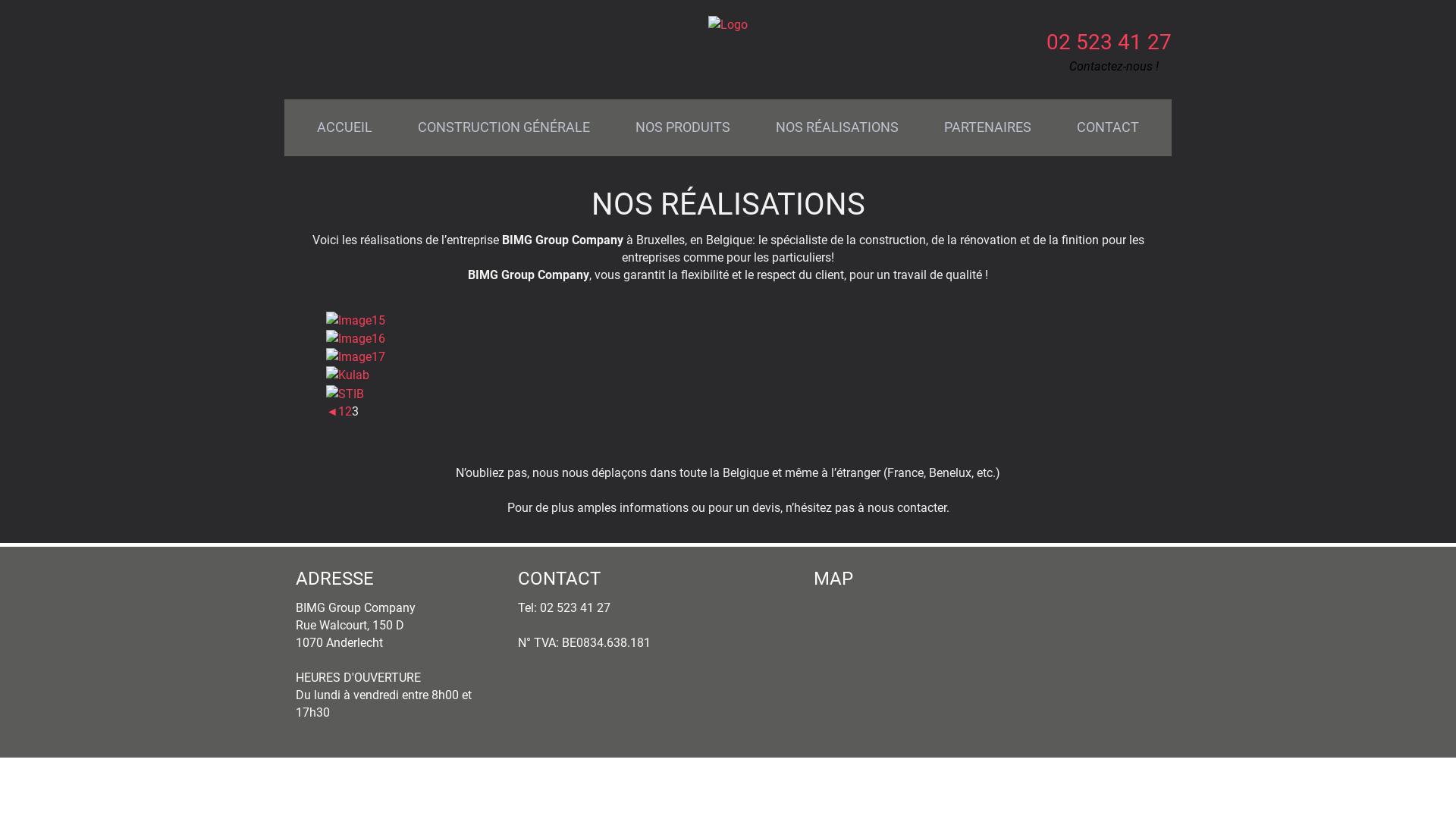 The image size is (1456, 819). Describe the element at coordinates (987, 127) in the screenshot. I see `'PARTENAIRES'` at that location.